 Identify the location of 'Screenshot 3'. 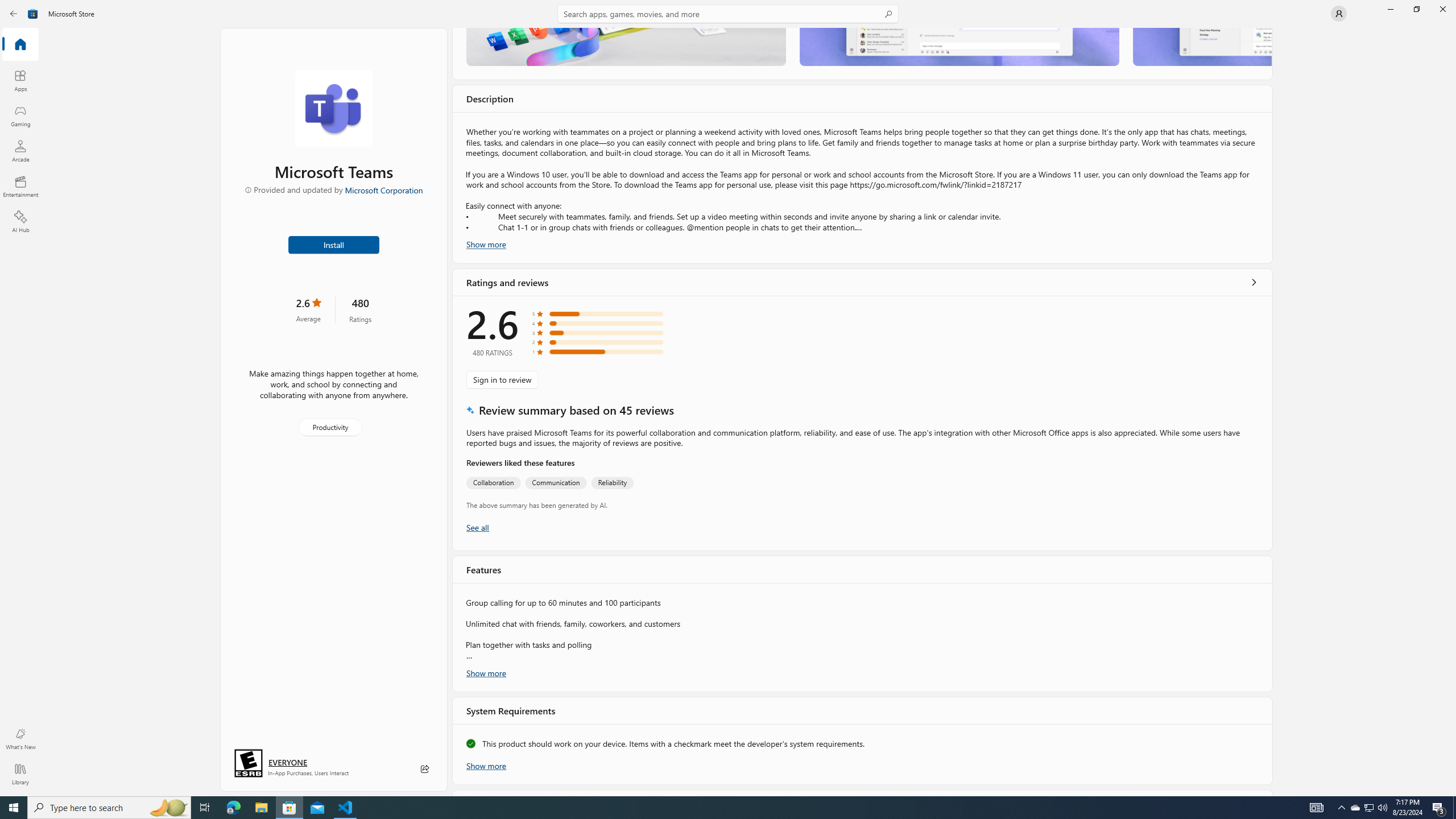
(1201, 46).